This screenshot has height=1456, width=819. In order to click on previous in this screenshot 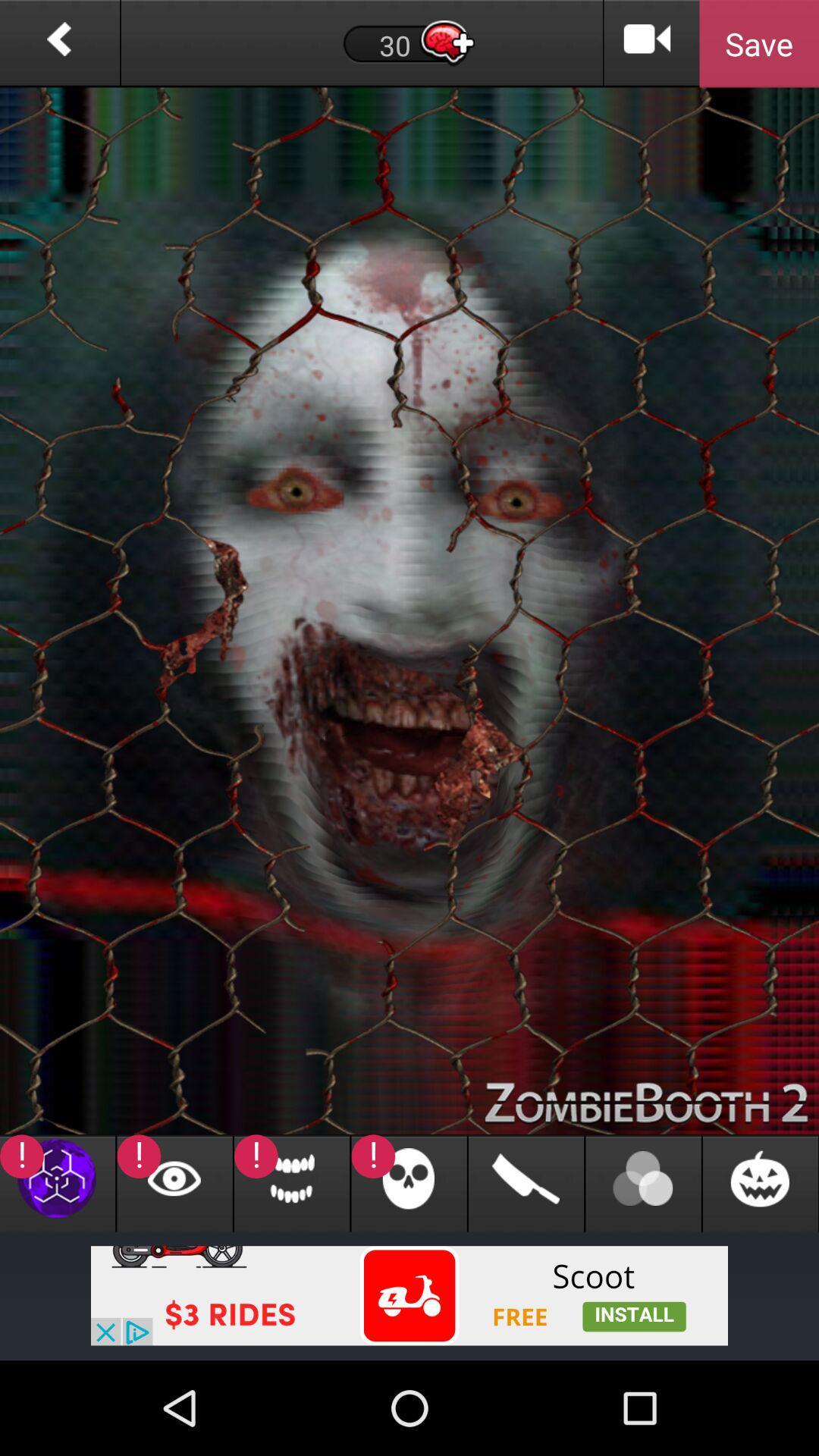, I will do `click(58, 43)`.